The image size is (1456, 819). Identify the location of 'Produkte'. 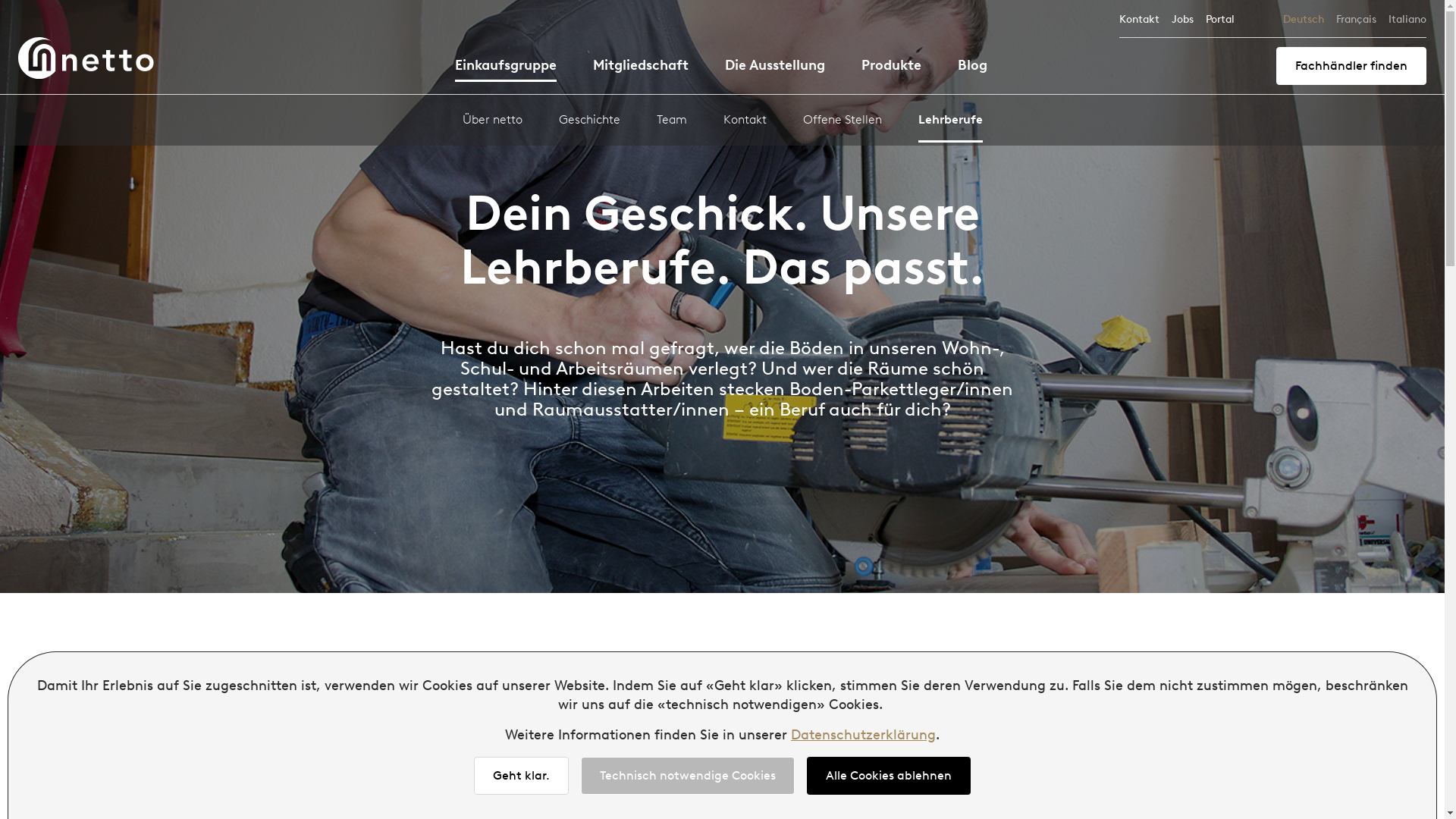
(861, 67).